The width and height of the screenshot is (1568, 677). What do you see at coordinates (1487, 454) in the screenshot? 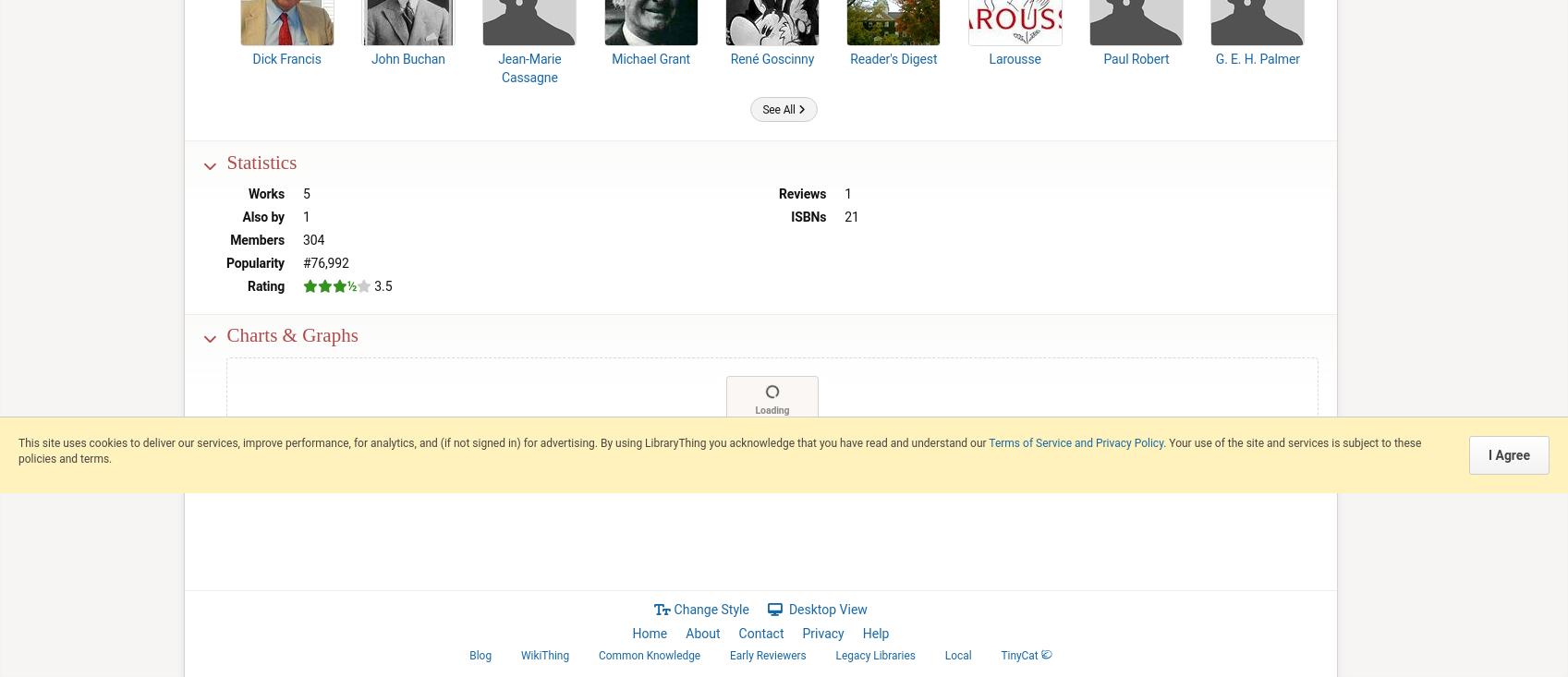
I see `'I Agree'` at bounding box center [1487, 454].